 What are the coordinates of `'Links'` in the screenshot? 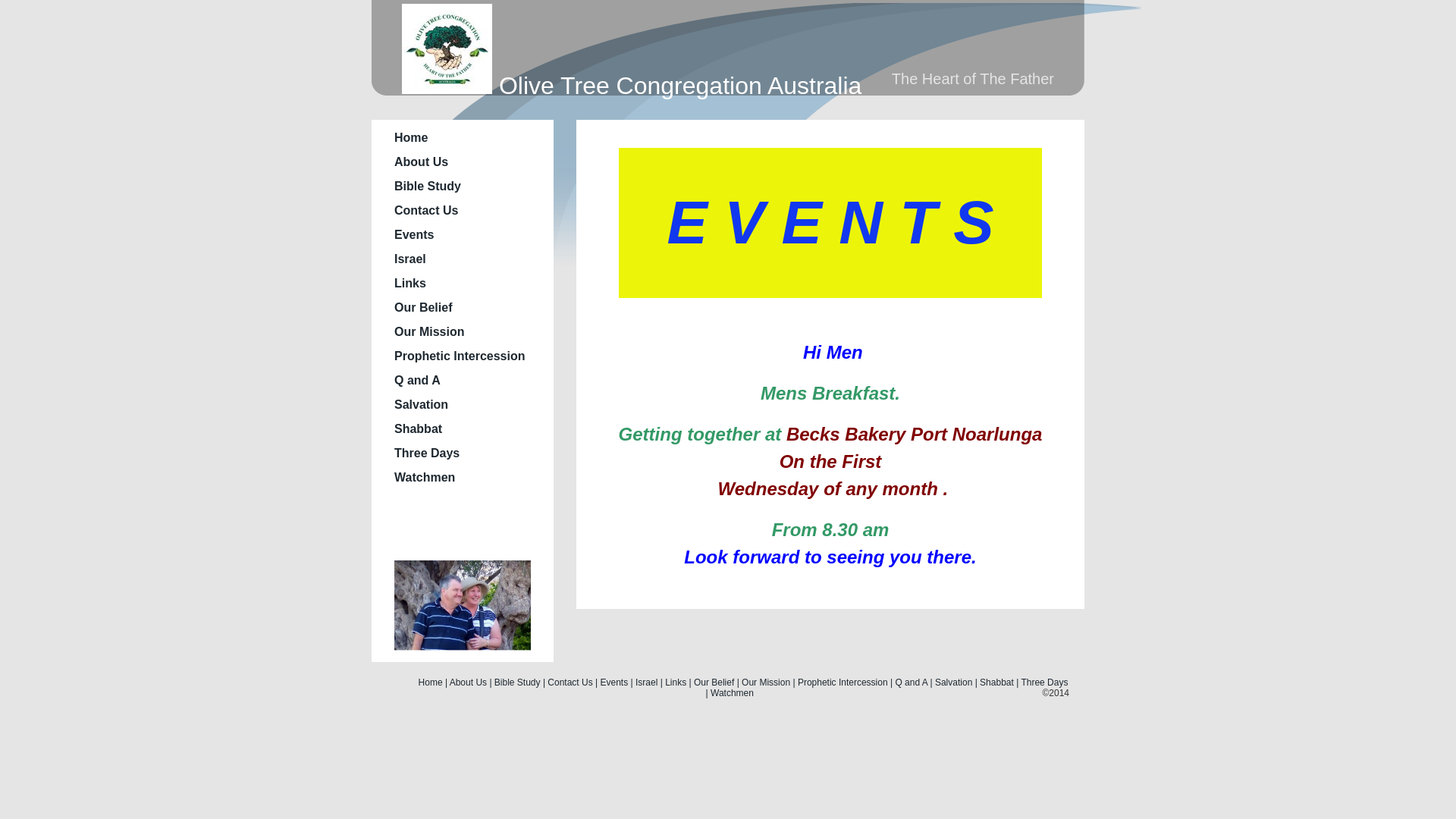 It's located at (410, 283).